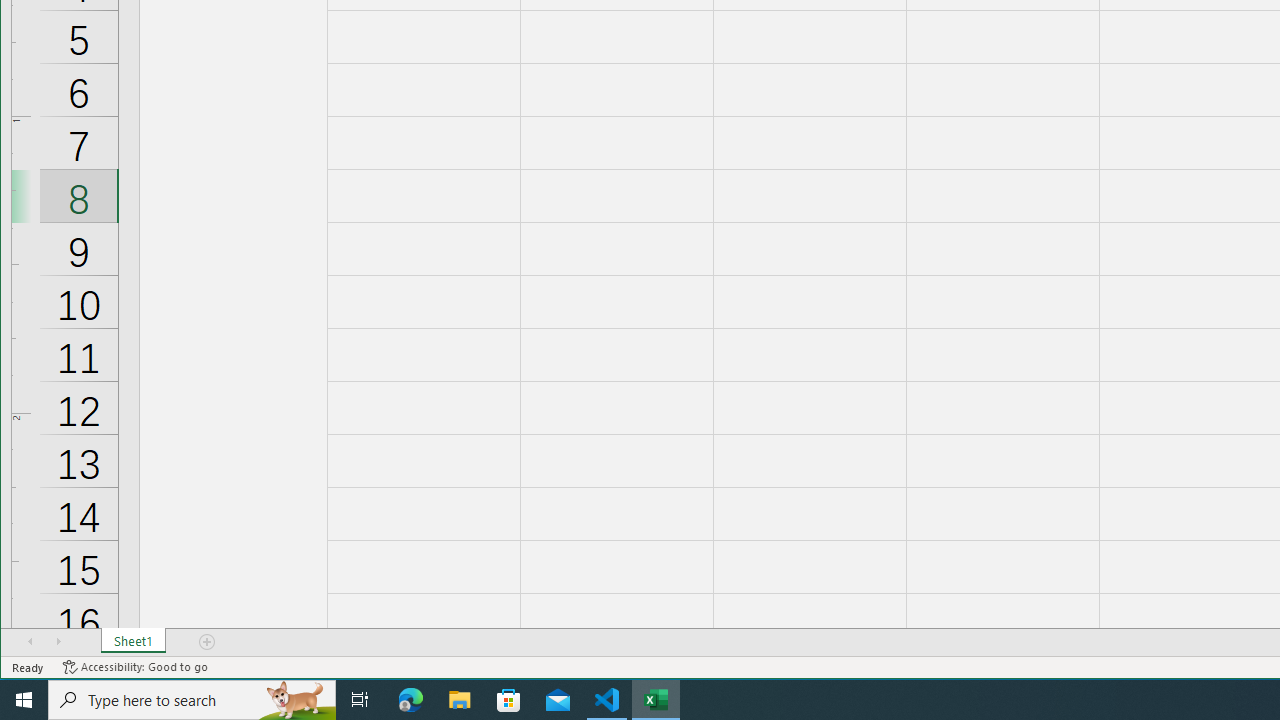 Image resolution: width=1280 pixels, height=720 pixels. What do you see at coordinates (509, 698) in the screenshot?
I see `'Microsoft Store'` at bounding box center [509, 698].